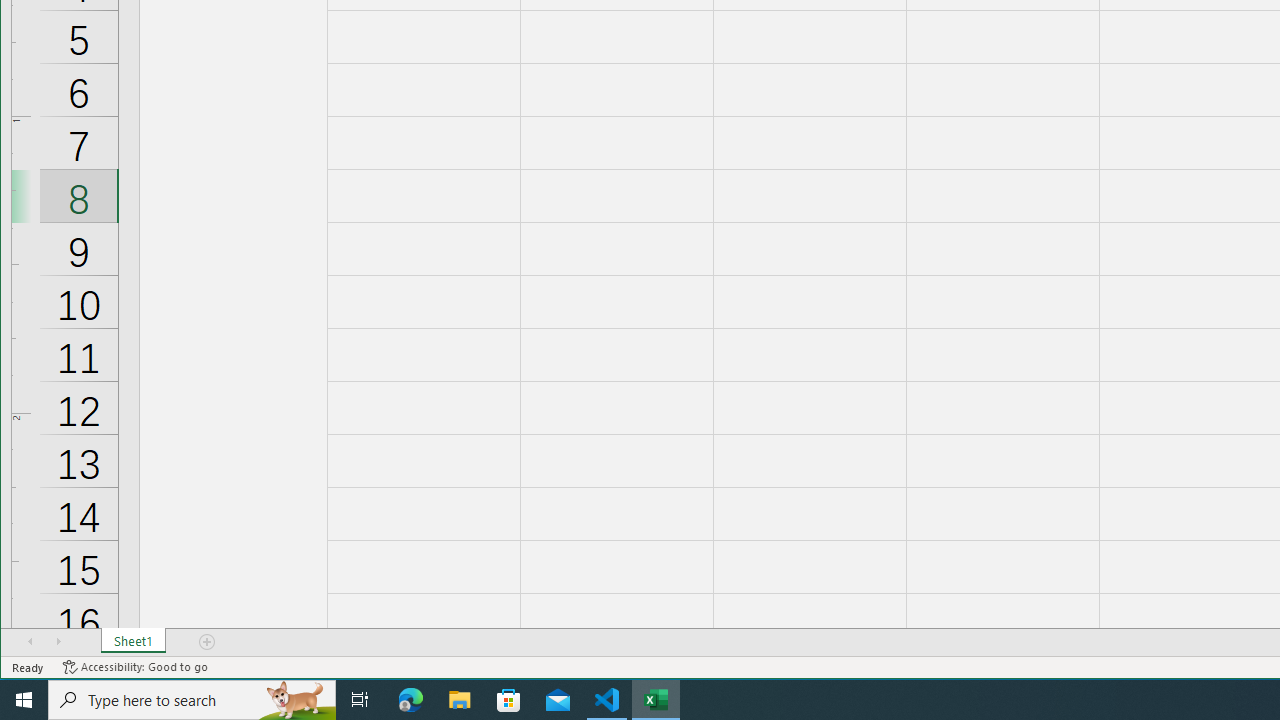 Image resolution: width=1280 pixels, height=720 pixels. What do you see at coordinates (509, 698) in the screenshot?
I see `'Microsoft Store'` at bounding box center [509, 698].